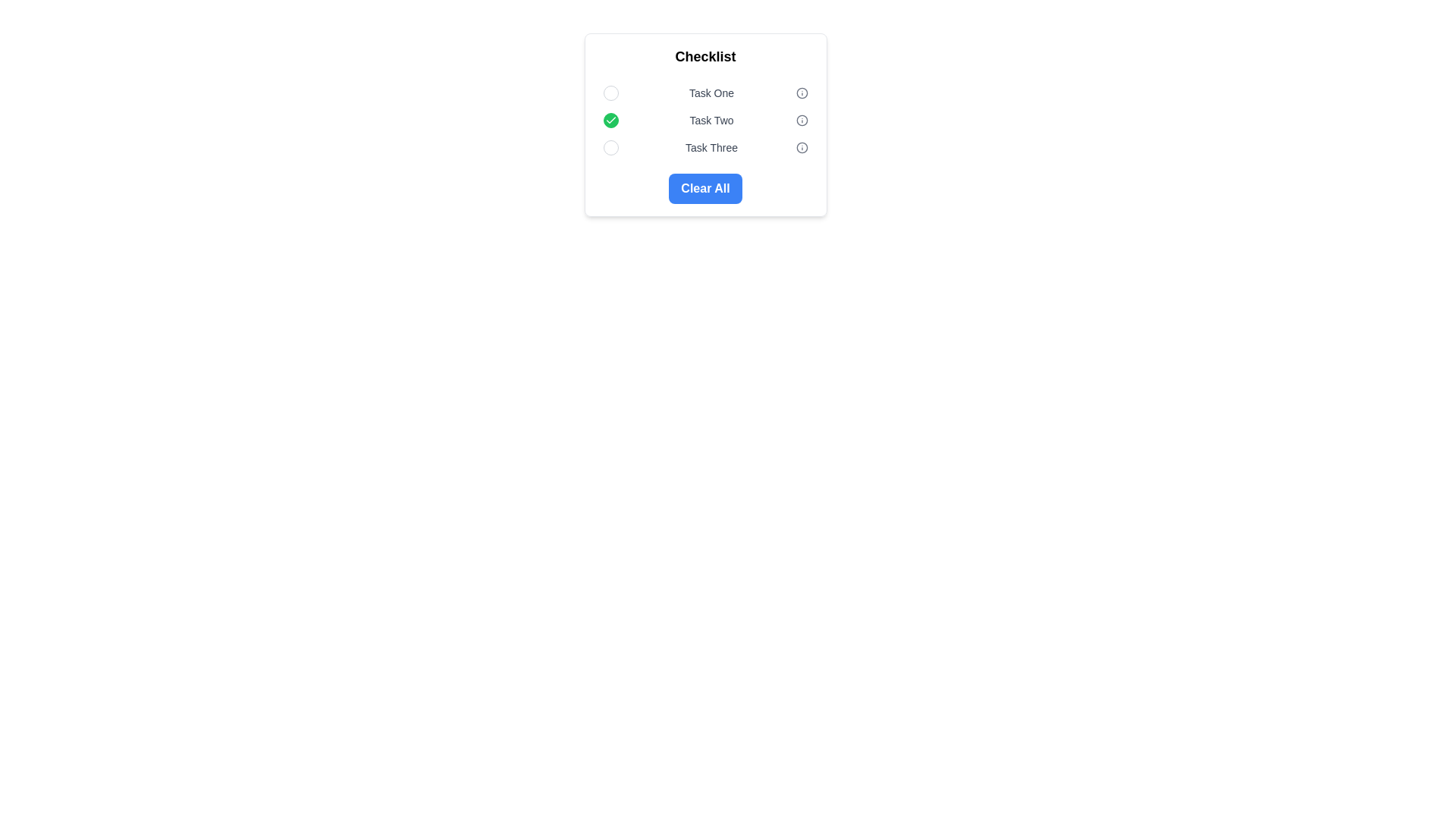 This screenshot has height=819, width=1456. I want to click on the text label representing the name of the third task in the checklist application, which is located below 'Task Two' and above the 'Clear All' button, so click(711, 148).